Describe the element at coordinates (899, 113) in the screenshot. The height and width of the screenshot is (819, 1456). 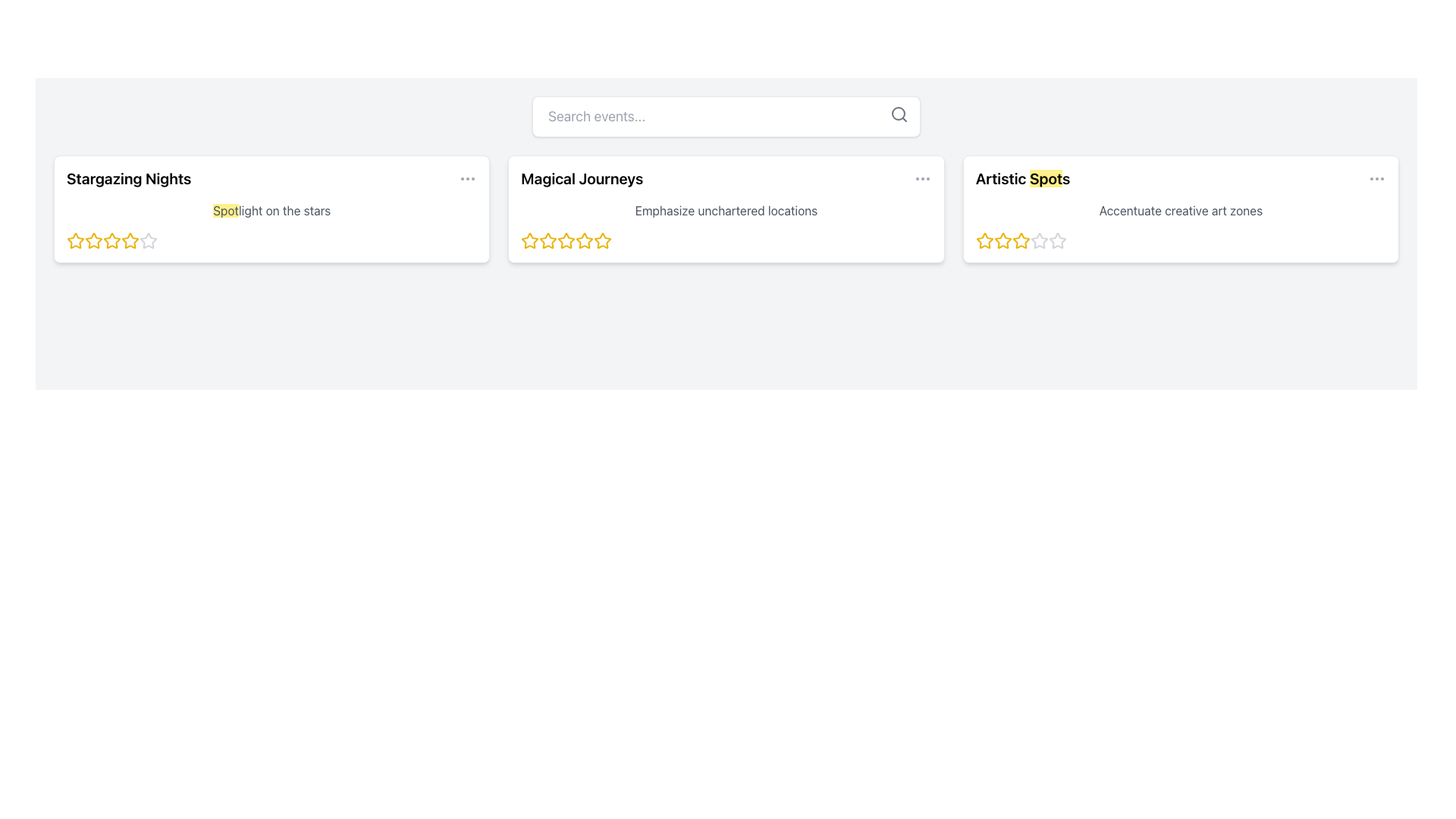
I see `the search icon located in the top-right corner of the search bar` at that location.